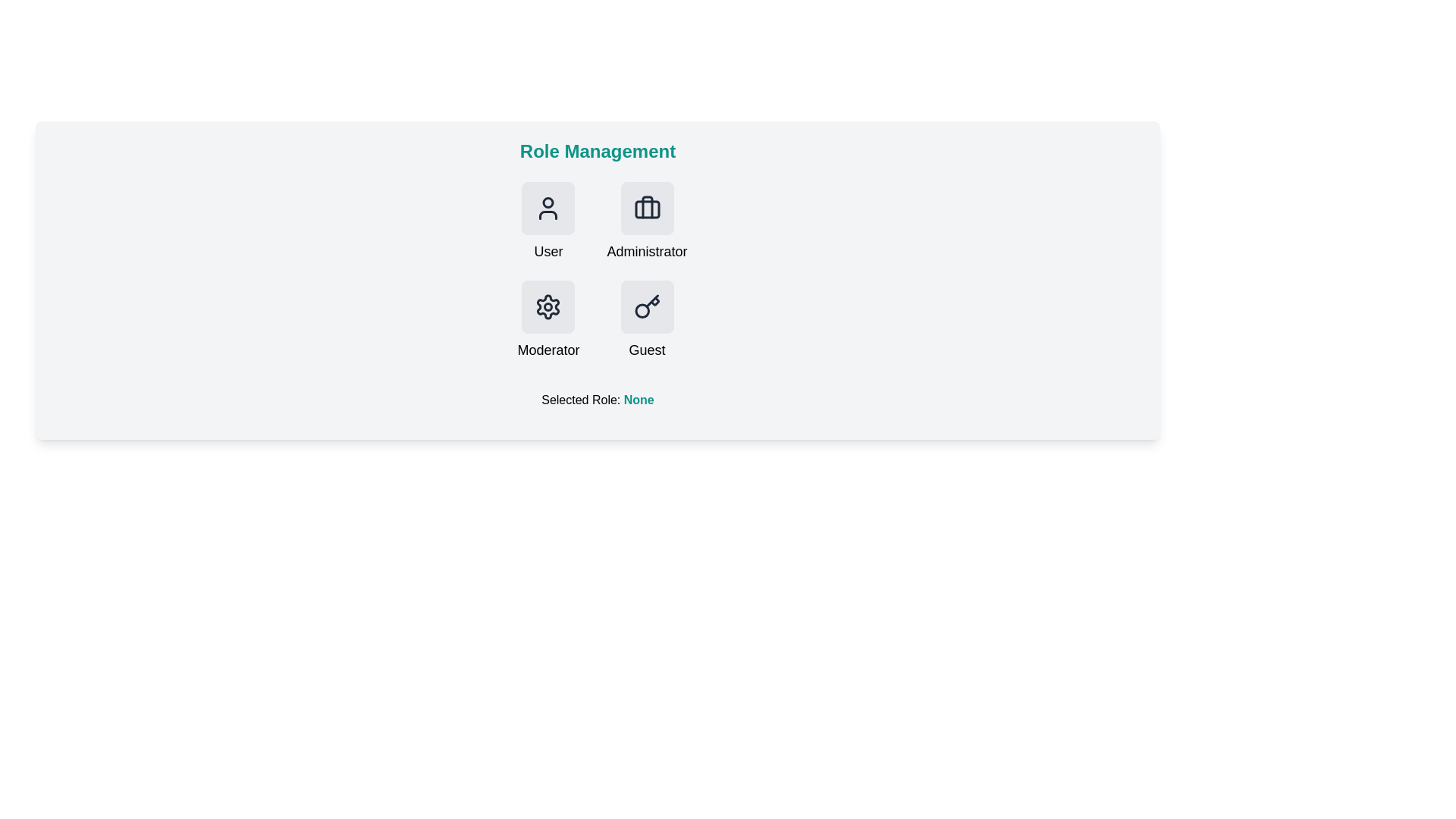 This screenshot has width=1456, height=819. I want to click on the Interactive role selection button labeled 'Administrator', which features a dark briefcase icon above bold text, so click(647, 222).